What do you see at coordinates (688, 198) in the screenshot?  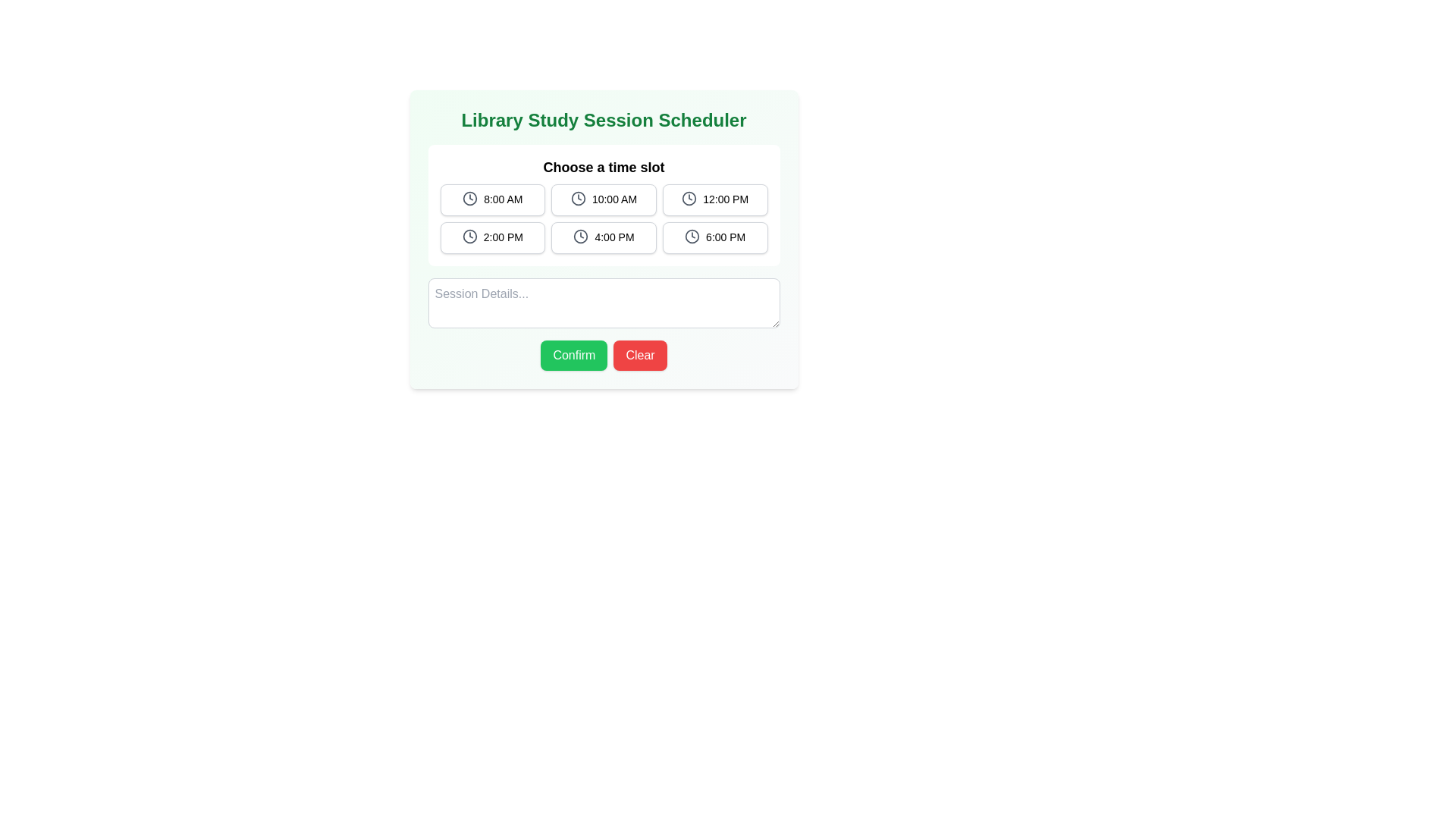 I see `the circular stroke icon element that encases the clock's face` at bounding box center [688, 198].